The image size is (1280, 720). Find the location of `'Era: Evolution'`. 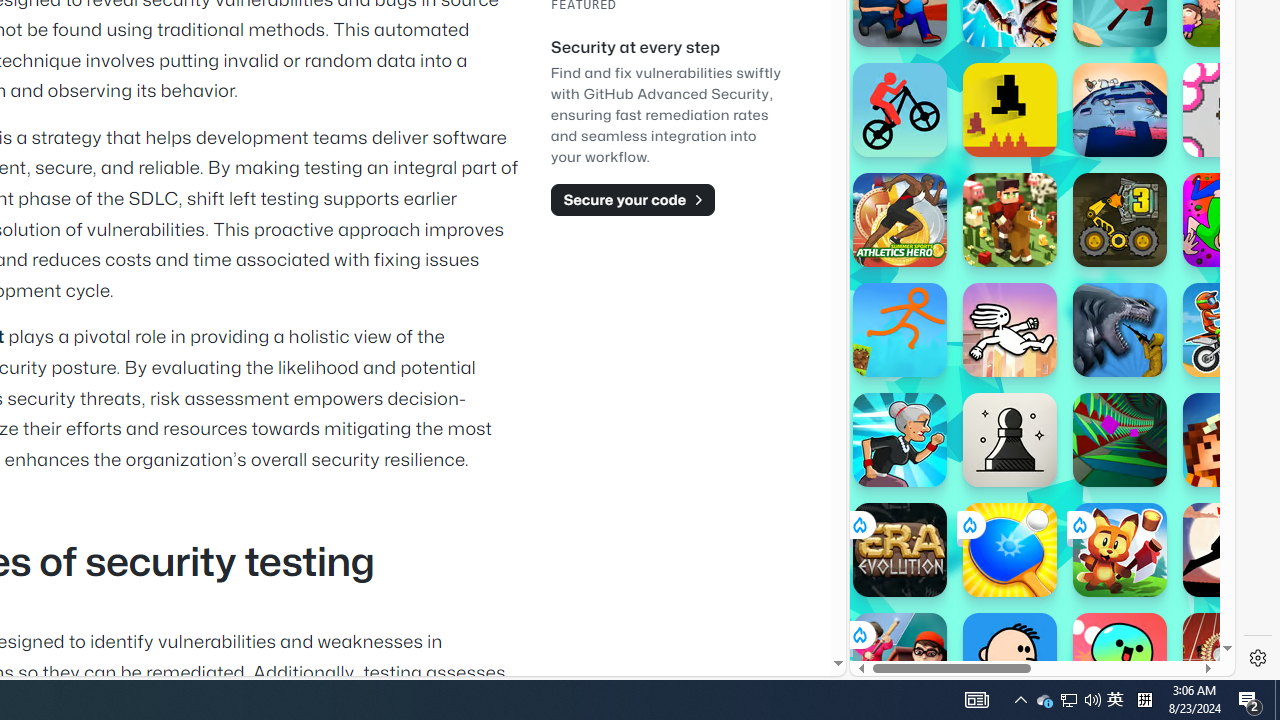

'Era: Evolution' is located at coordinates (898, 550).